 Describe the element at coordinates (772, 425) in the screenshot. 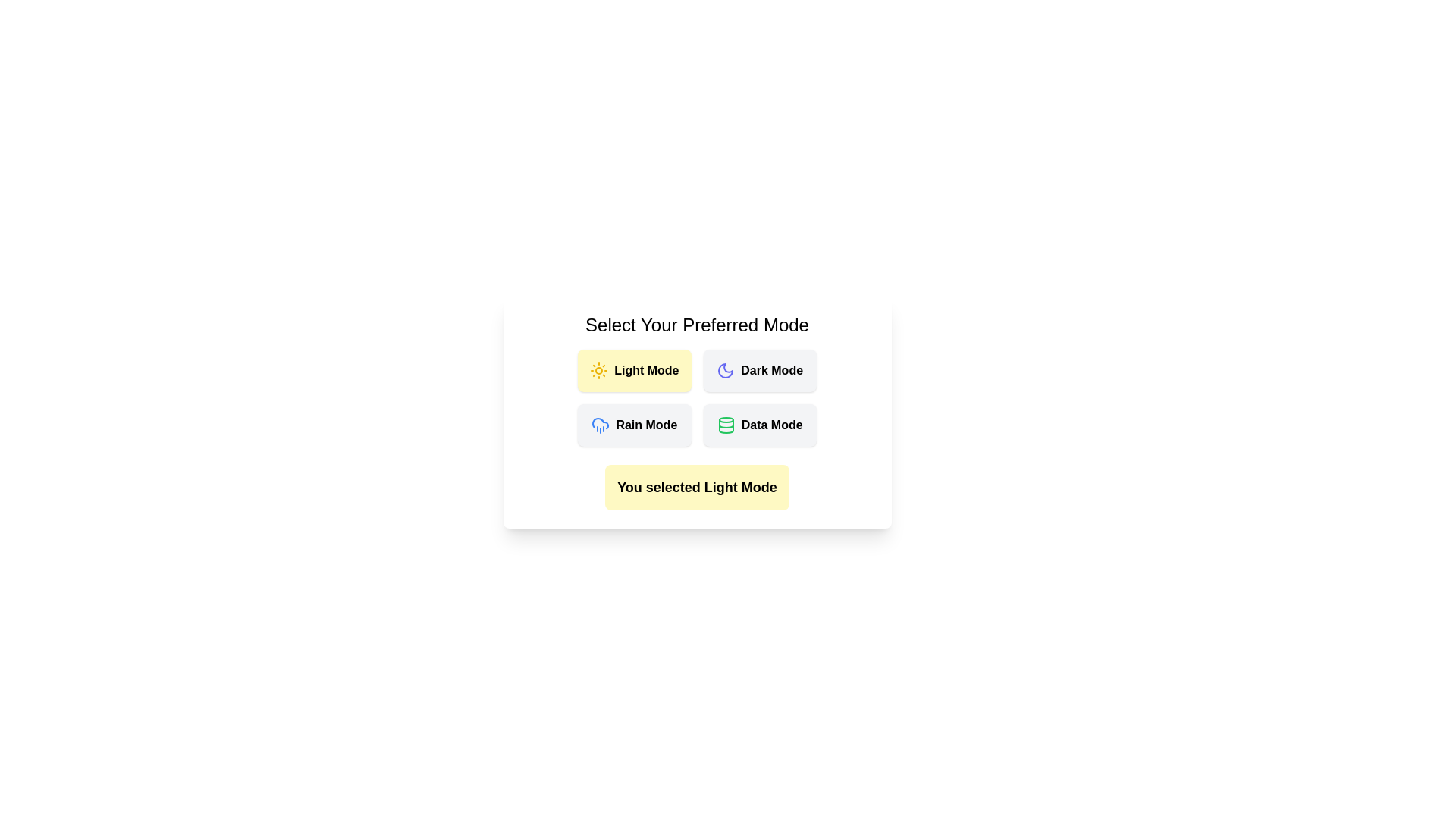

I see `text label displaying 'Data Mode', which is the fourth option in the mode selection grid located in the bottom right corner, next to a green database icon` at that location.